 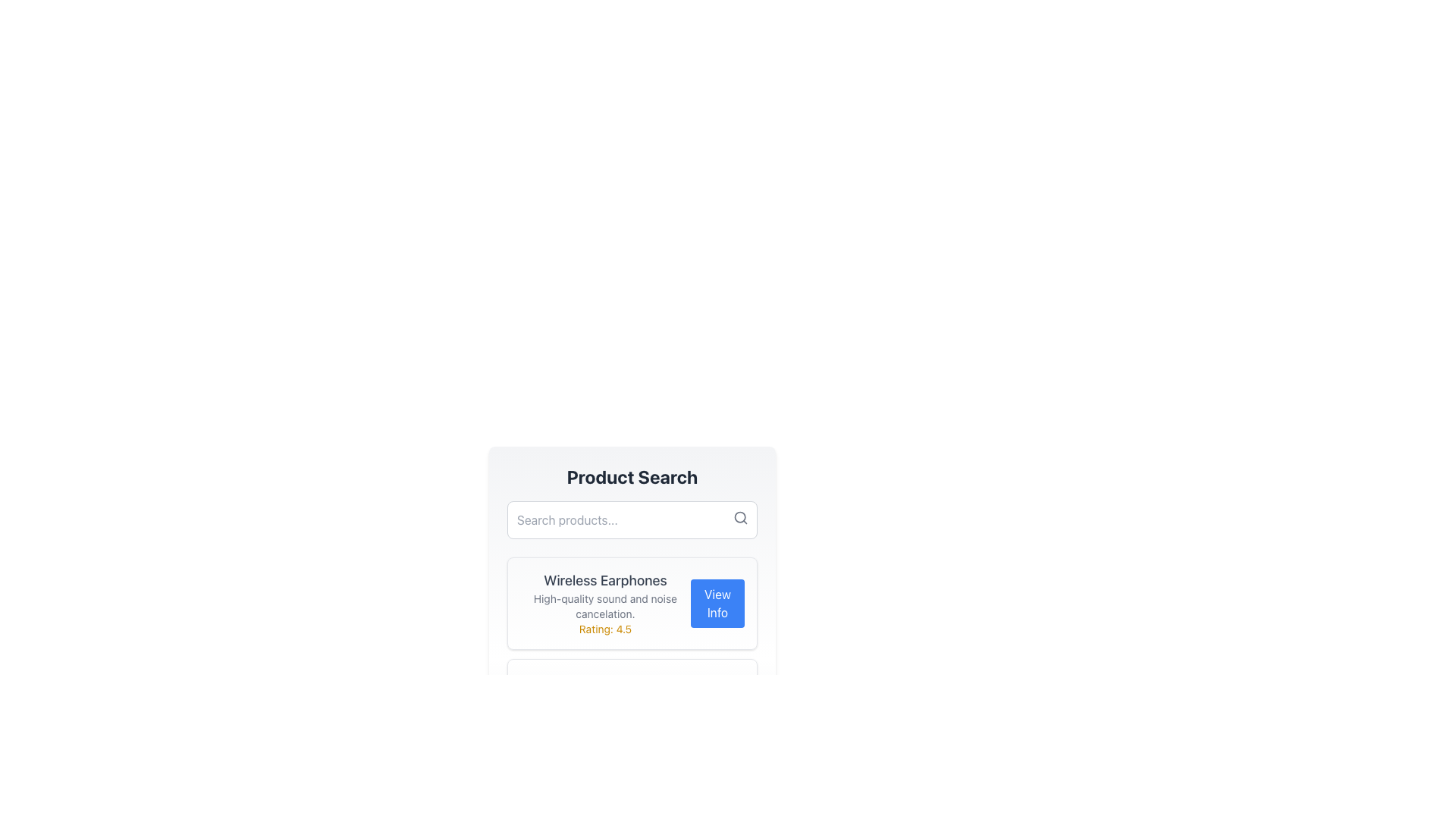 I want to click on the button located in the bottom-right corner of the product information card, so click(x=717, y=602).